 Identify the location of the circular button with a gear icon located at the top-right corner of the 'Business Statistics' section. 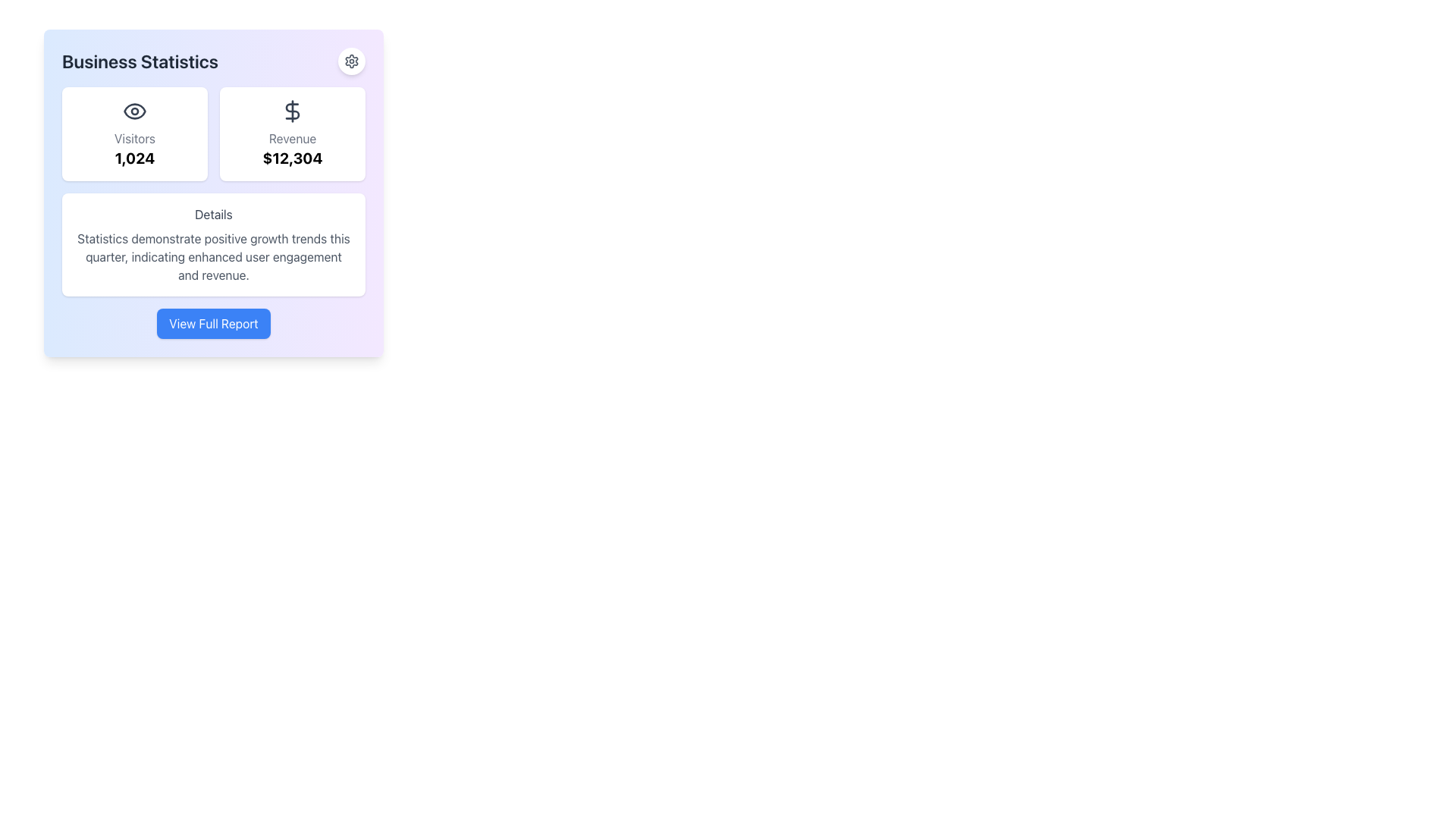
(351, 61).